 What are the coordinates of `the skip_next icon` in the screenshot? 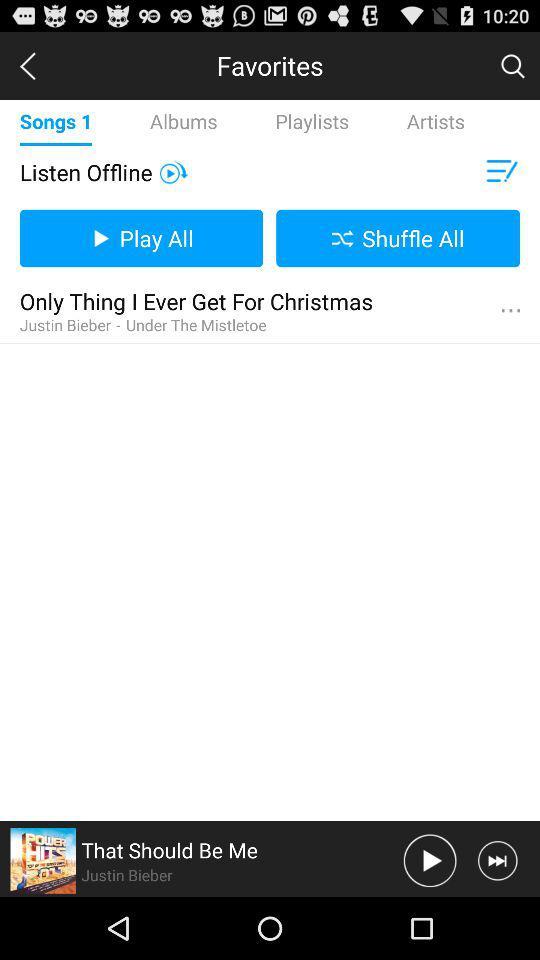 It's located at (496, 921).